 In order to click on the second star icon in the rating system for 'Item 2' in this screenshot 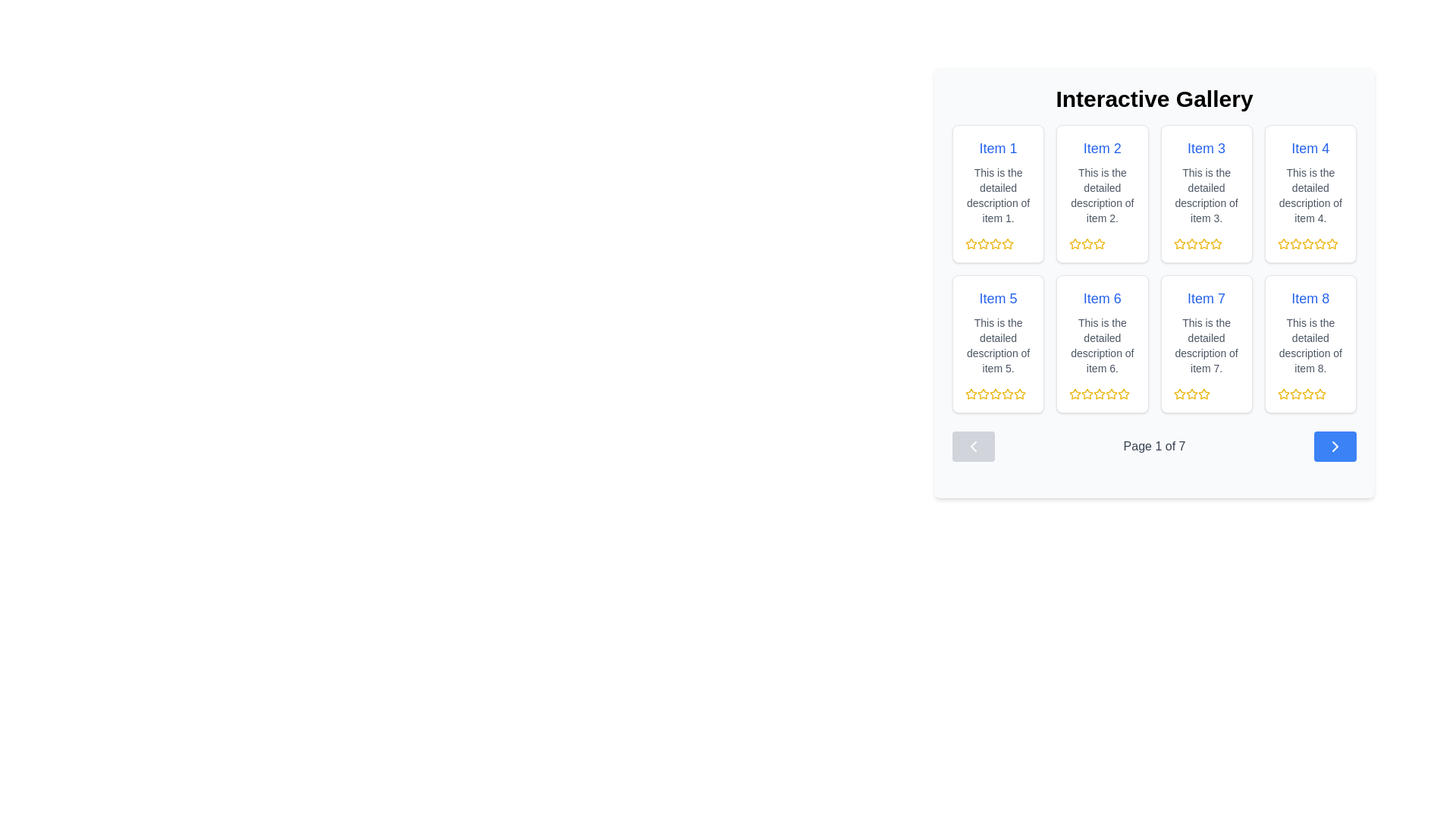, I will do `click(1075, 243)`.